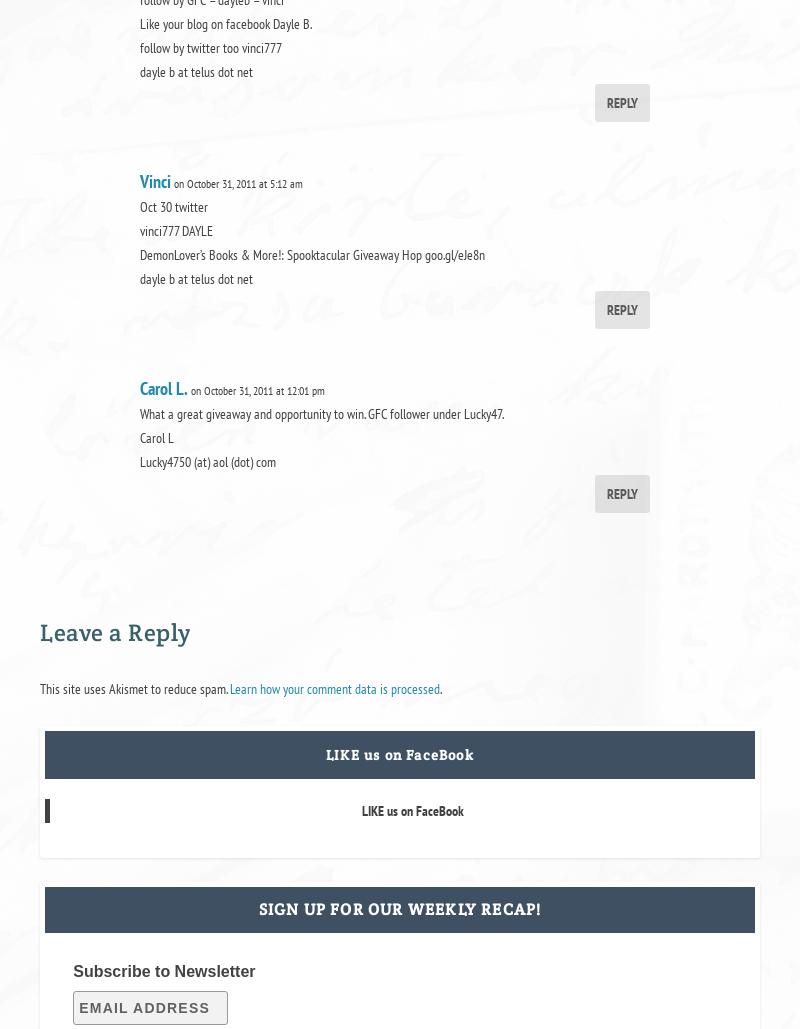  I want to click on 'vinci777 DAYLE', so click(175, 228).